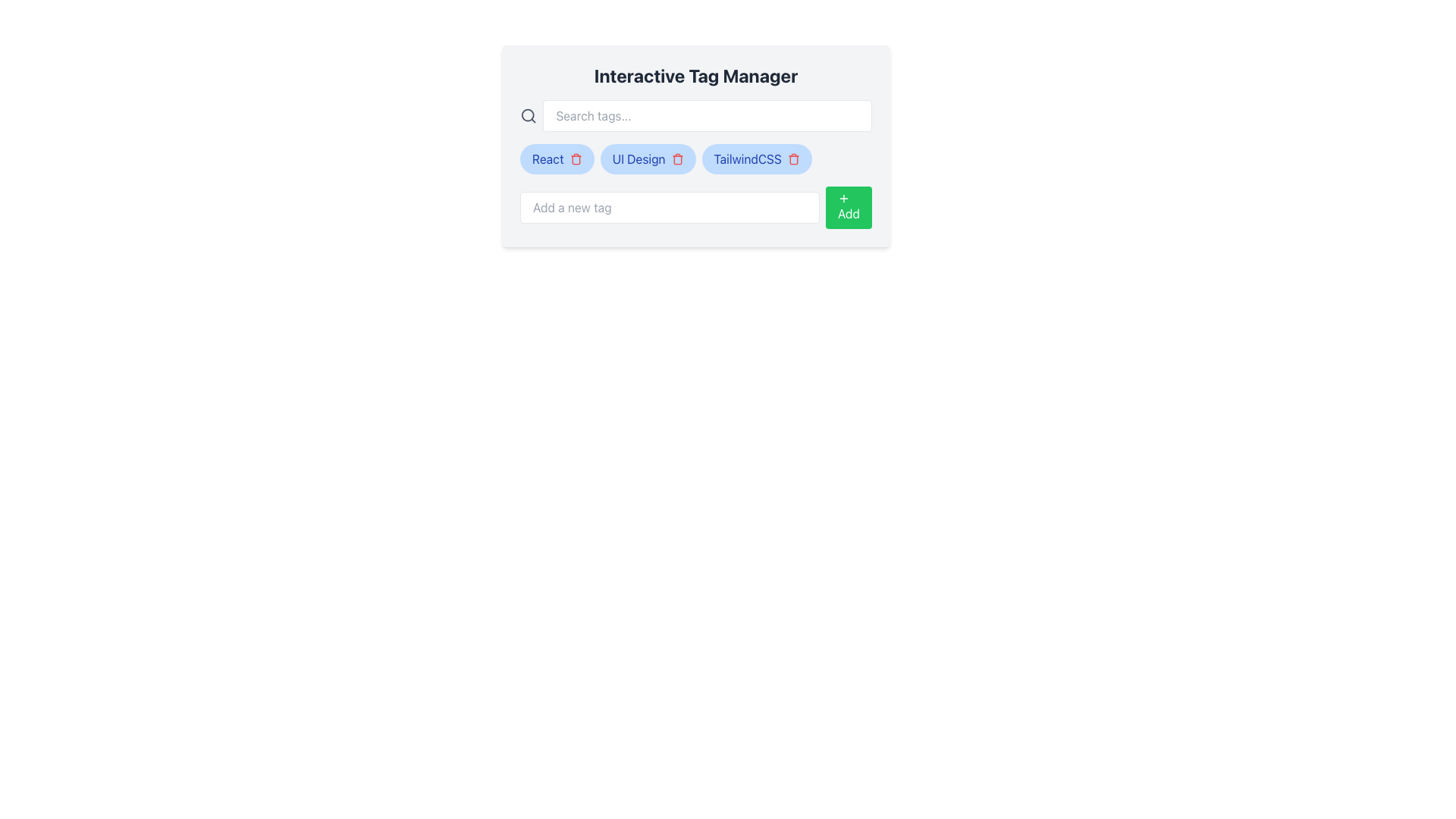 This screenshot has width=1456, height=819. I want to click on the trash bin icon on the 'UI Design' button, so click(648, 158).